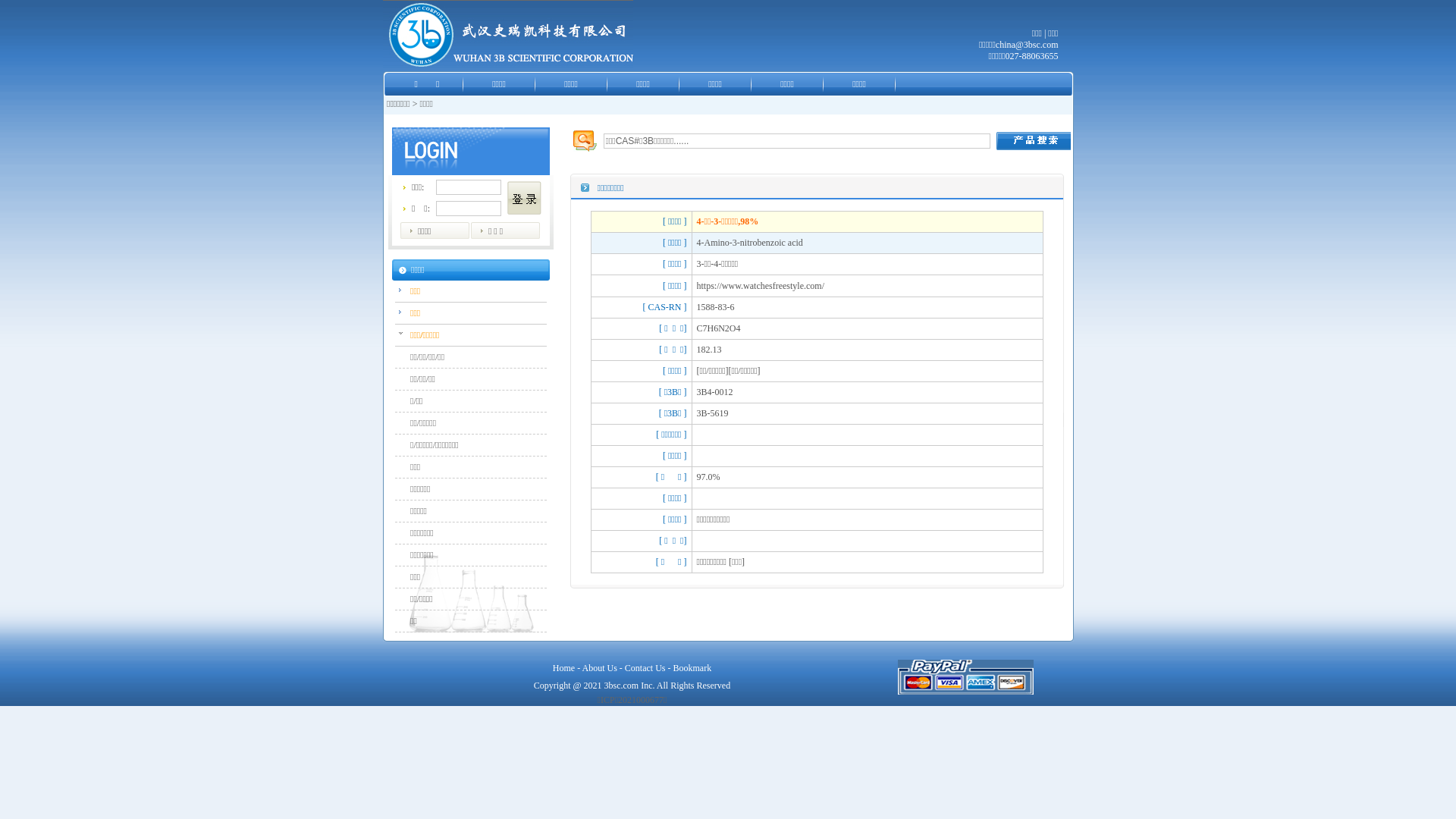 Image resolution: width=1456 pixels, height=819 pixels. I want to click on 'Contact Us', so click(645, 667).